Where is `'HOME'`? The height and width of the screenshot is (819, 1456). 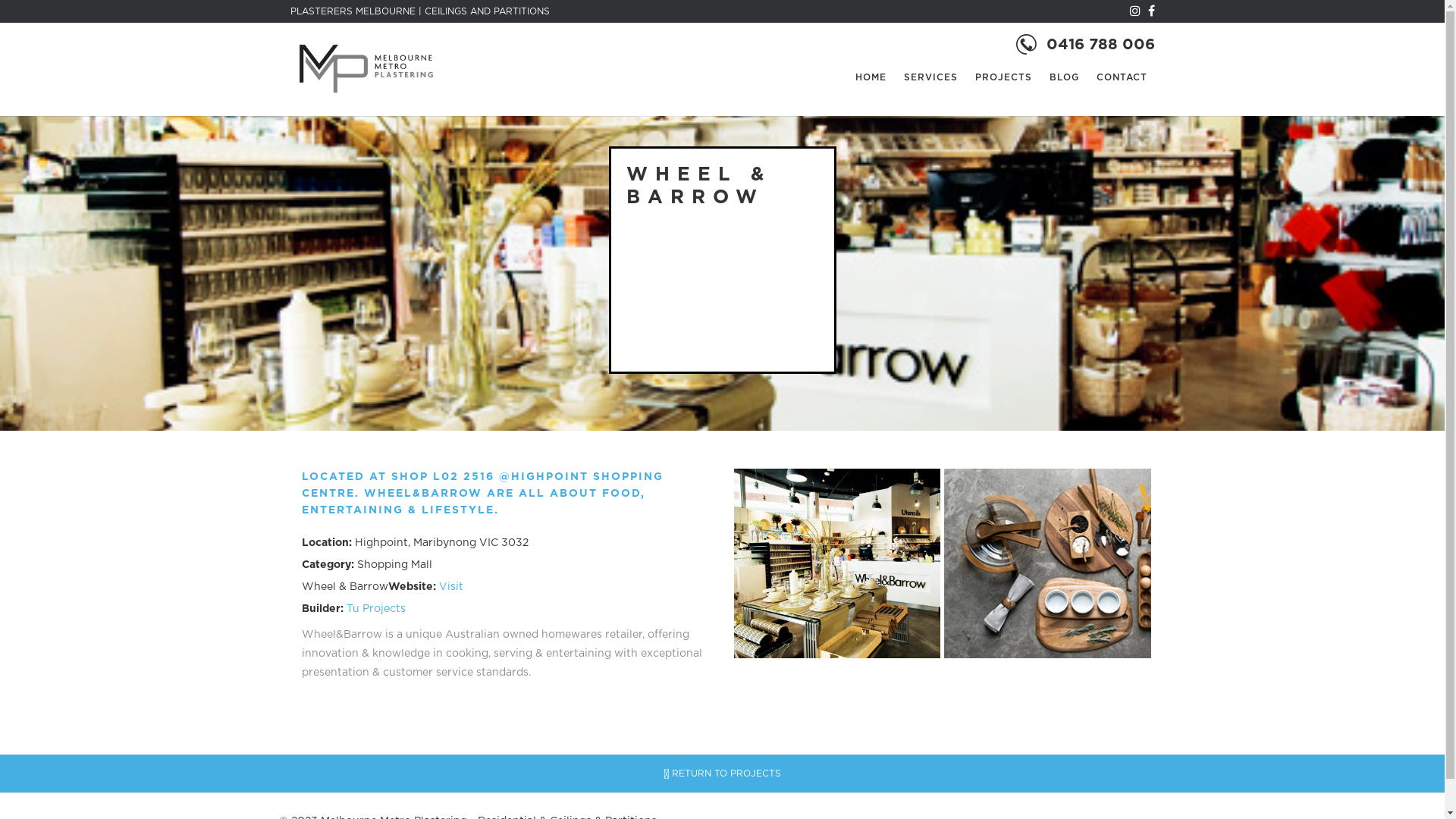
'HOME' is located at coordinates (871, 77).